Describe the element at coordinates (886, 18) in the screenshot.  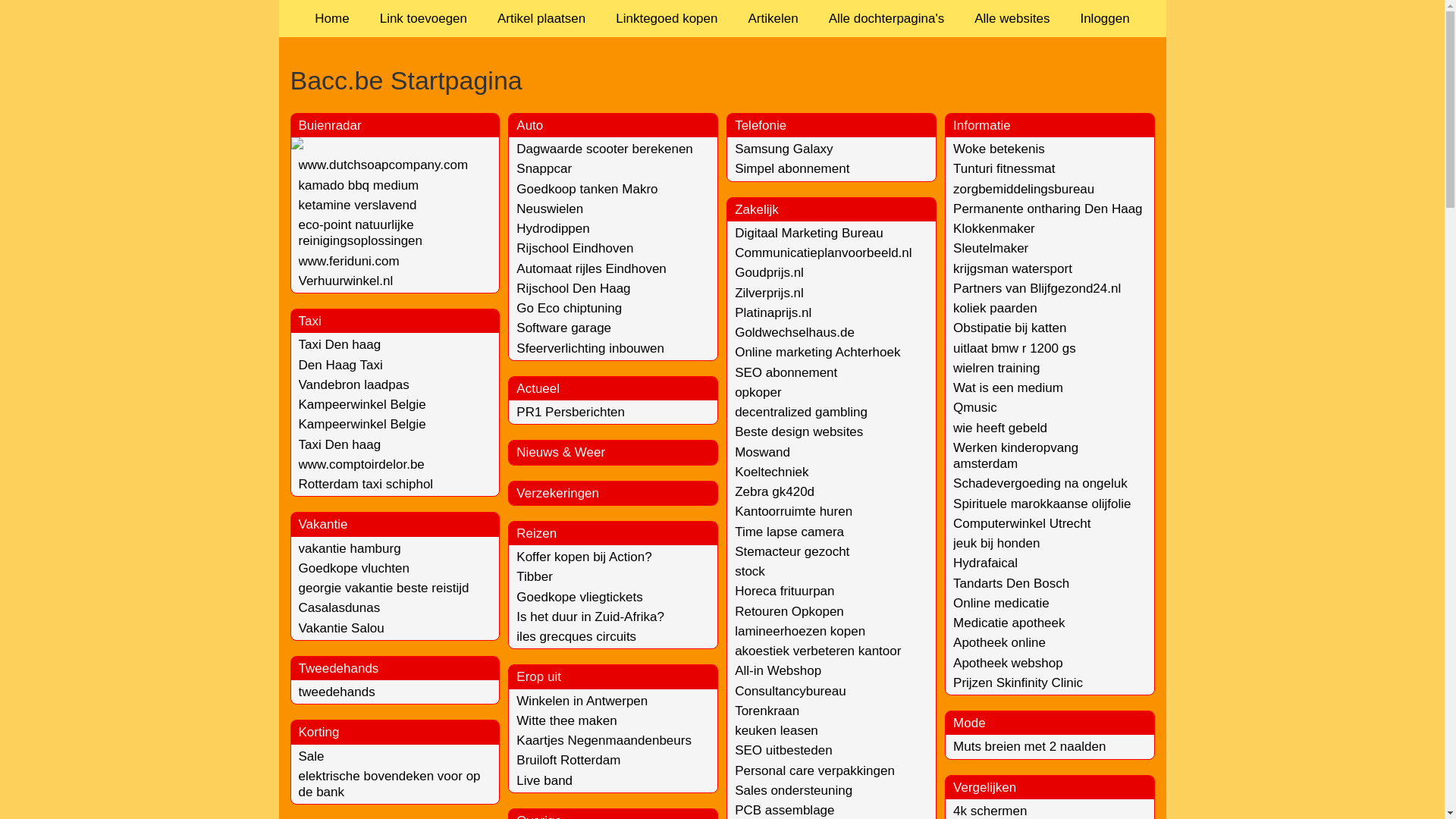
I see `'Alle dochterpagina's'` at that location.